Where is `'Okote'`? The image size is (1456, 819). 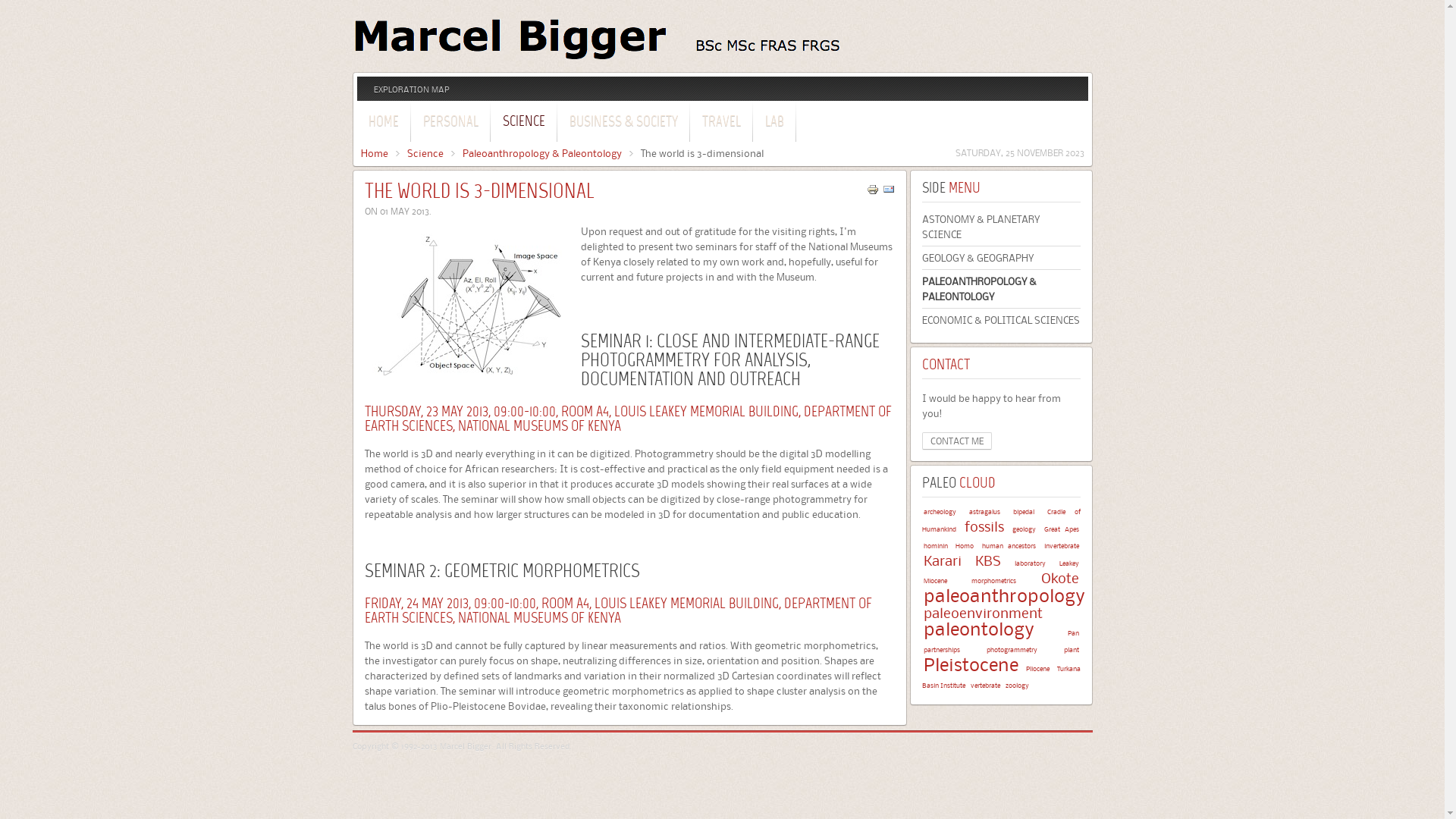 'Okote' is located at coordinates (1058, 578).